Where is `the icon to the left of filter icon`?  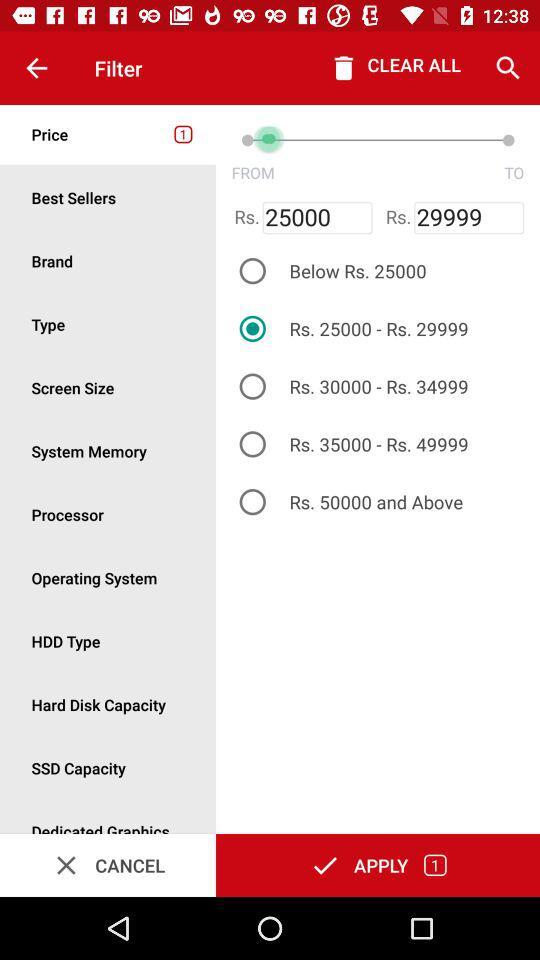 the icon to the left of filter icon is located at coordinates (36, 68).